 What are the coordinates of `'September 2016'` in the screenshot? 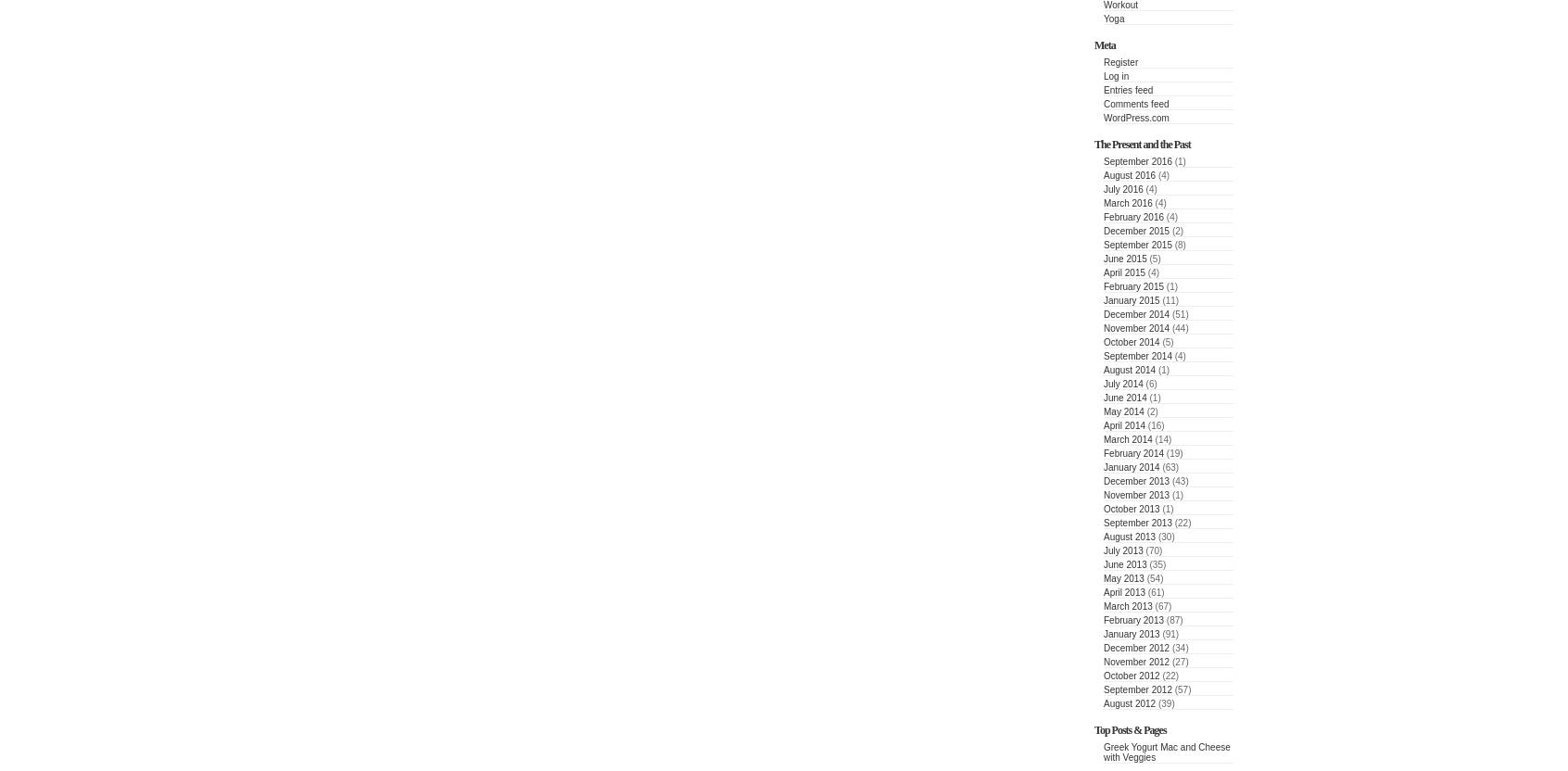 It's located at (1137, 160).